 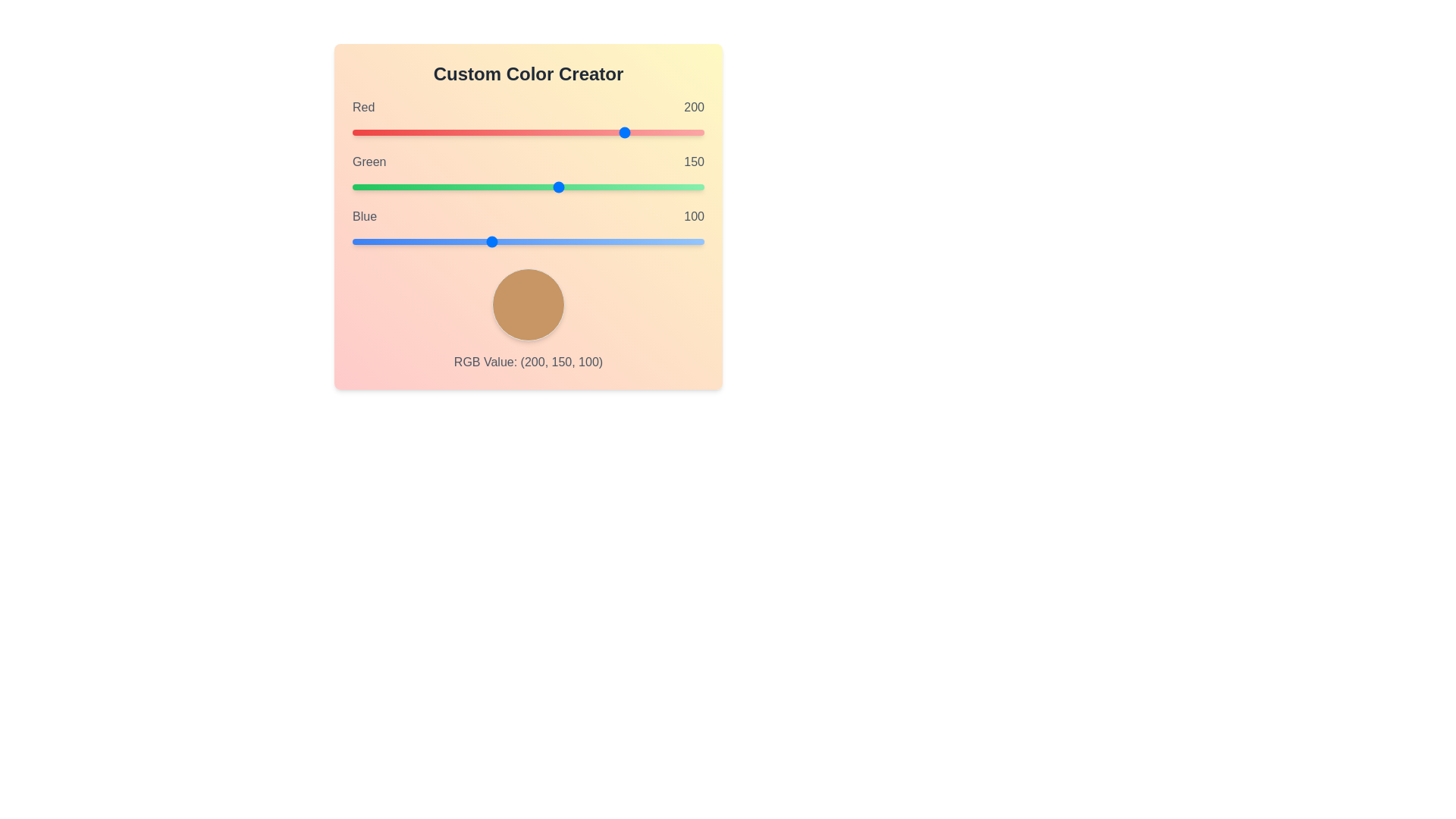 What do you see at coordinates (635, 131) in the screenshot?
I see `the red slider to set the red value to 205` at bounding box center [635, 131].